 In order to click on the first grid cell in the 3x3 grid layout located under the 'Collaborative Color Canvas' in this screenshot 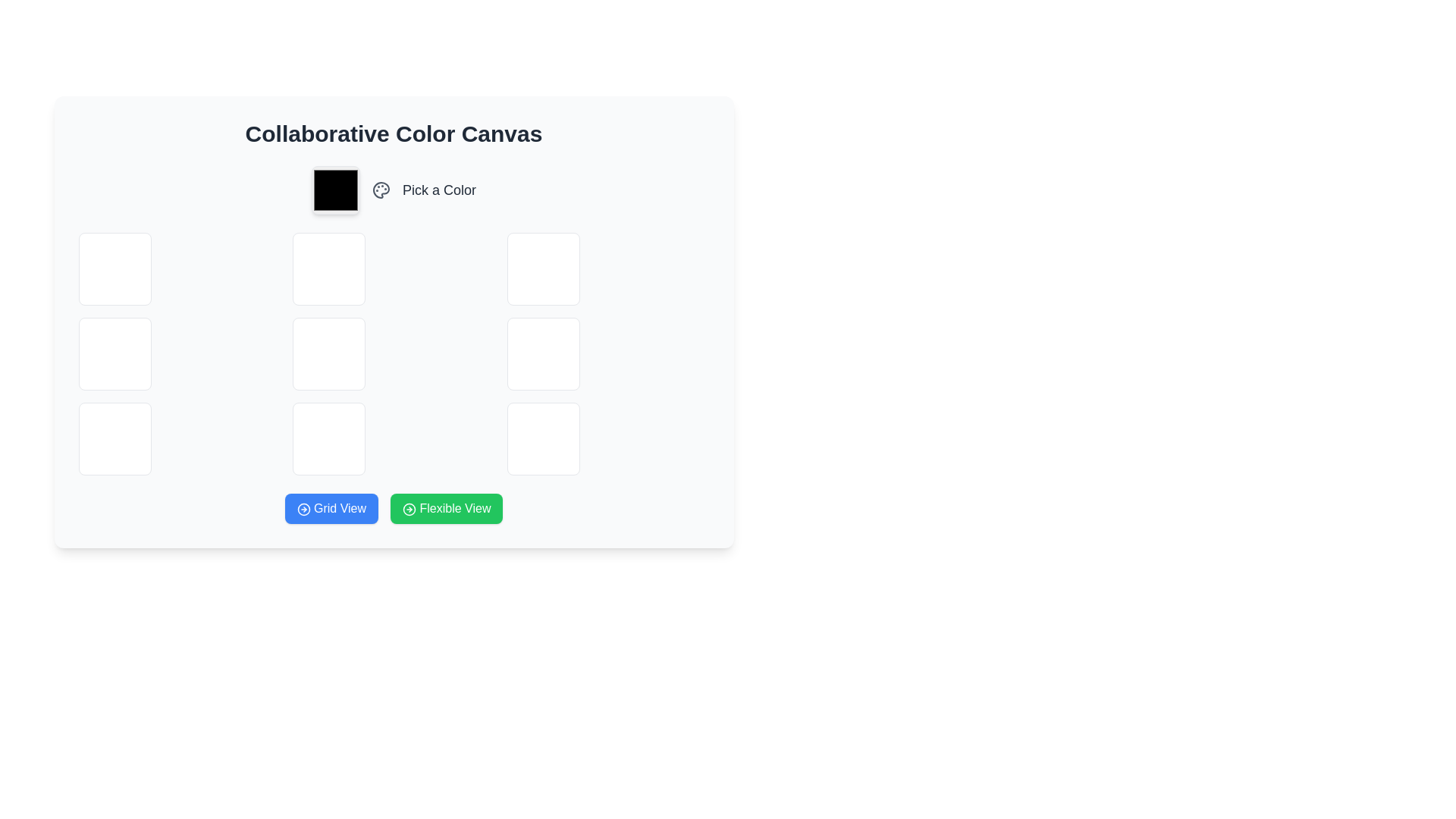, I will do `click(114, 268)`.